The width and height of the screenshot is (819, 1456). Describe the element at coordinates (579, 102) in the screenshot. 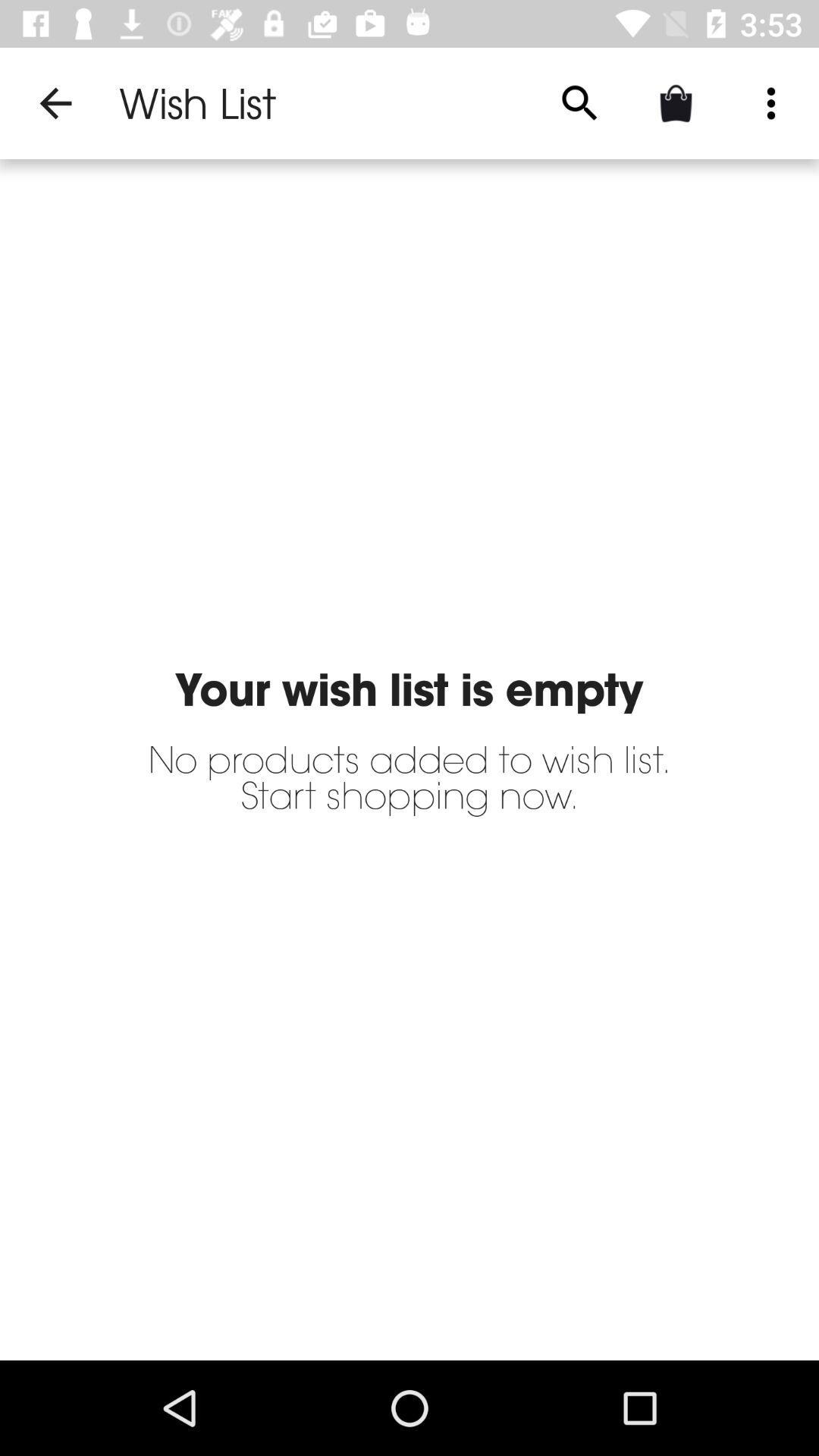

I see `app next to the wish list item` at that location.